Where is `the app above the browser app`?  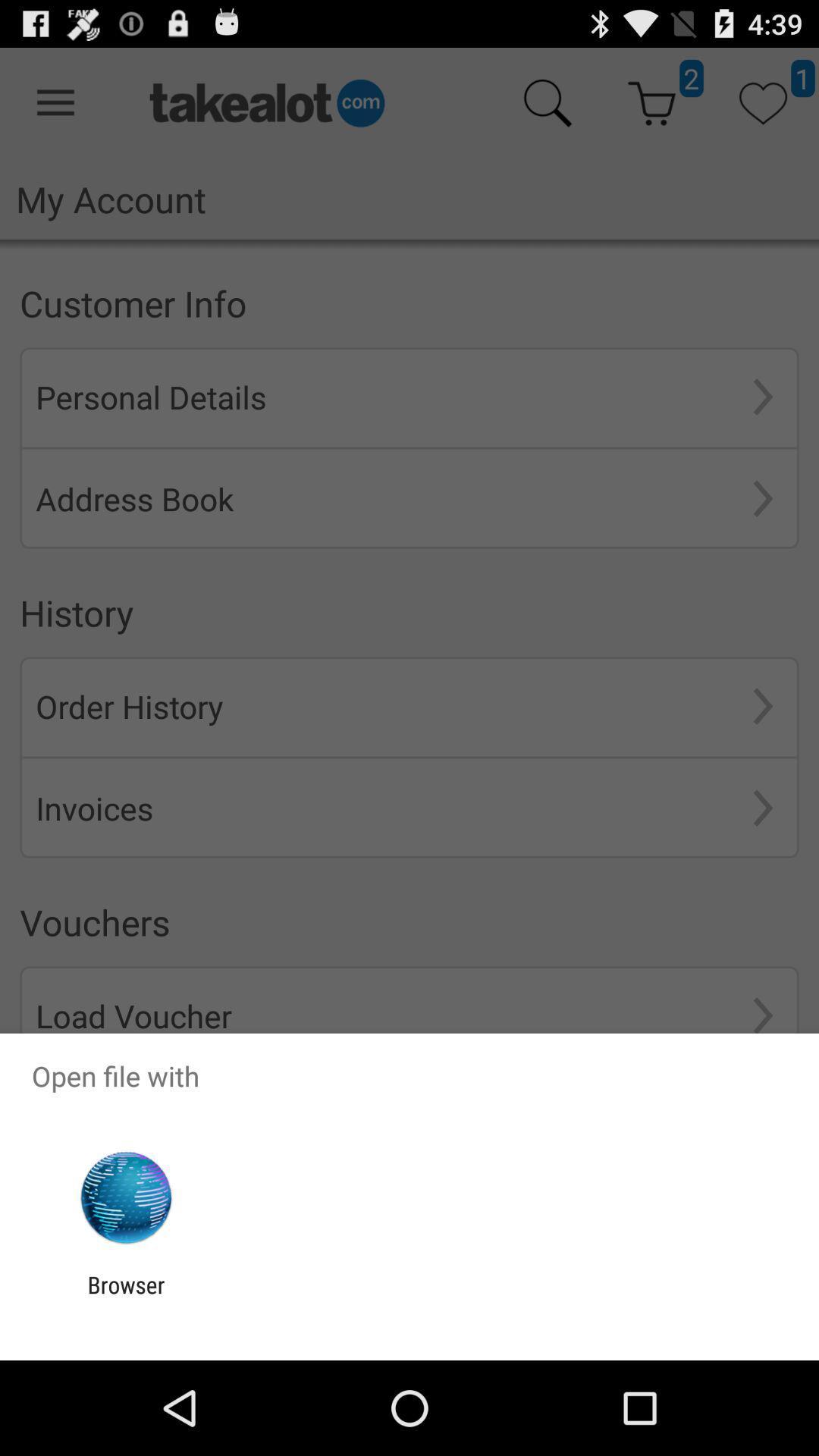
the app above the browser app is located at coordinates (125, 1197).